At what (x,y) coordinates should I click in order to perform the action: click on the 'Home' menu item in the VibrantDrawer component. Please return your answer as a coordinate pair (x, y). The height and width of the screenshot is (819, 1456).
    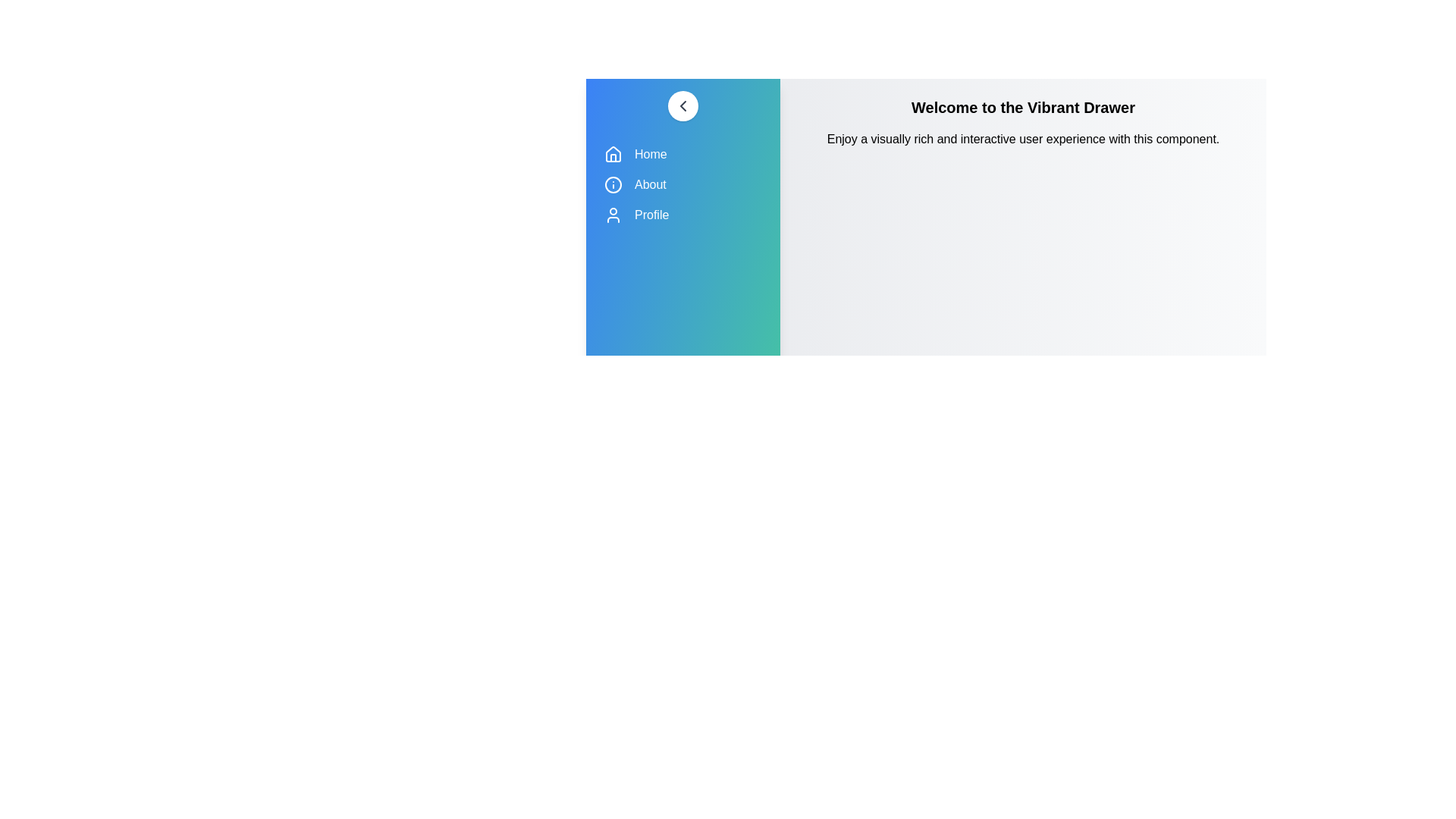
    Looking at the image, I should click on (682, 155).